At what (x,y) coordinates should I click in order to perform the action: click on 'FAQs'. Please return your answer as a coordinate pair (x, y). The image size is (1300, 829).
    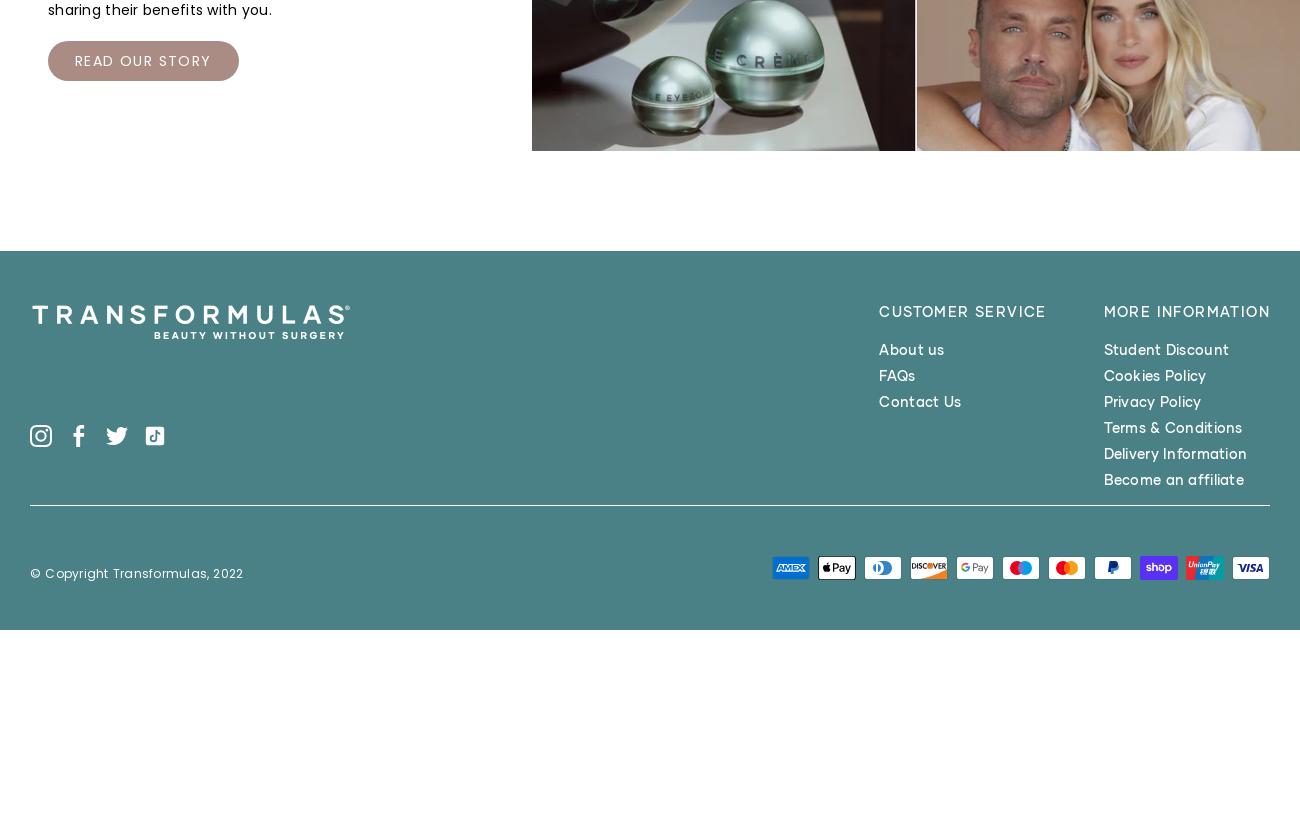
    Looking at the image, I should click on (895, 373).